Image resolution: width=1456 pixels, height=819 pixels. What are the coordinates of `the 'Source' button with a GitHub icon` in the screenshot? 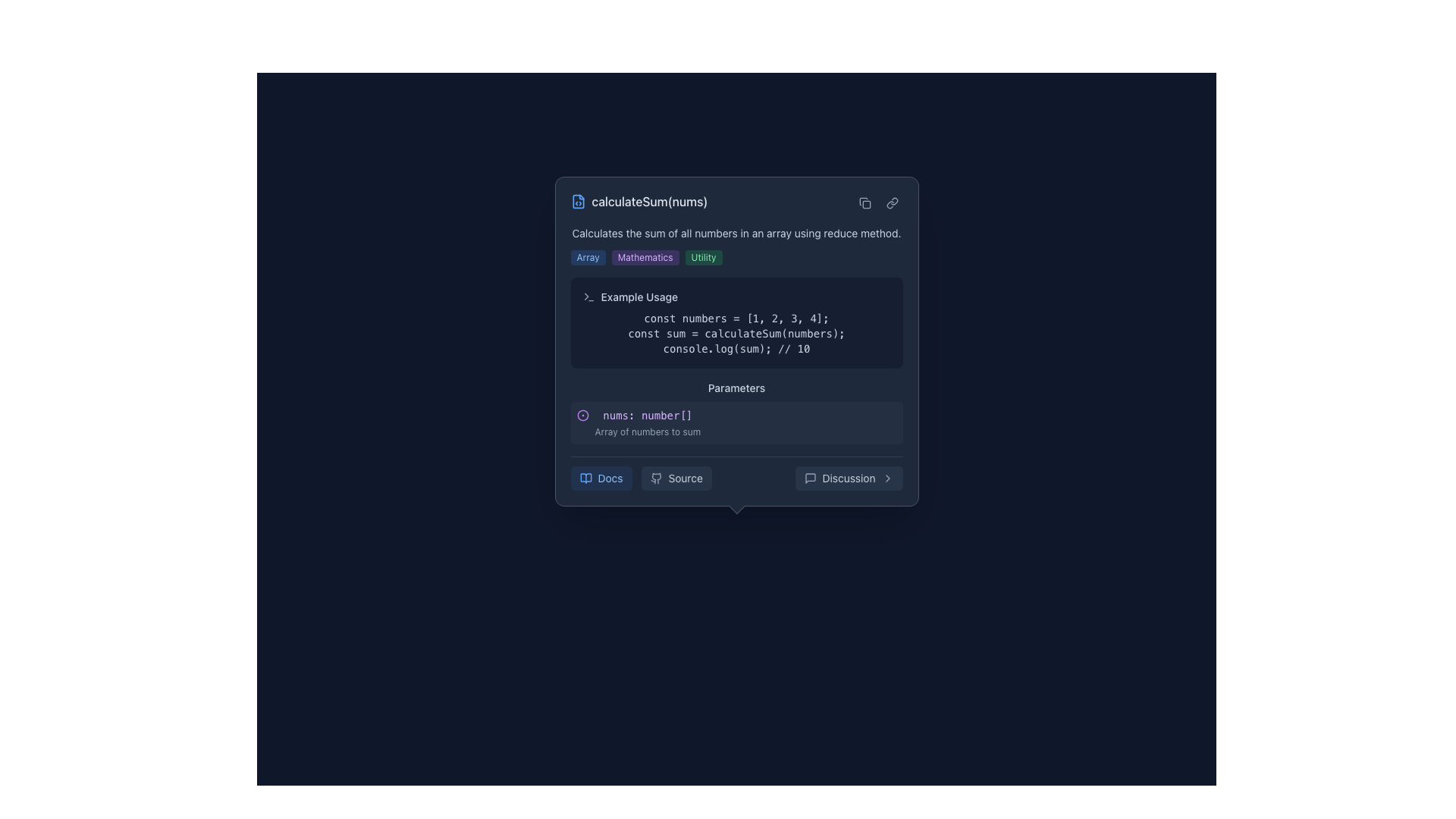 It's located at (676, 479).